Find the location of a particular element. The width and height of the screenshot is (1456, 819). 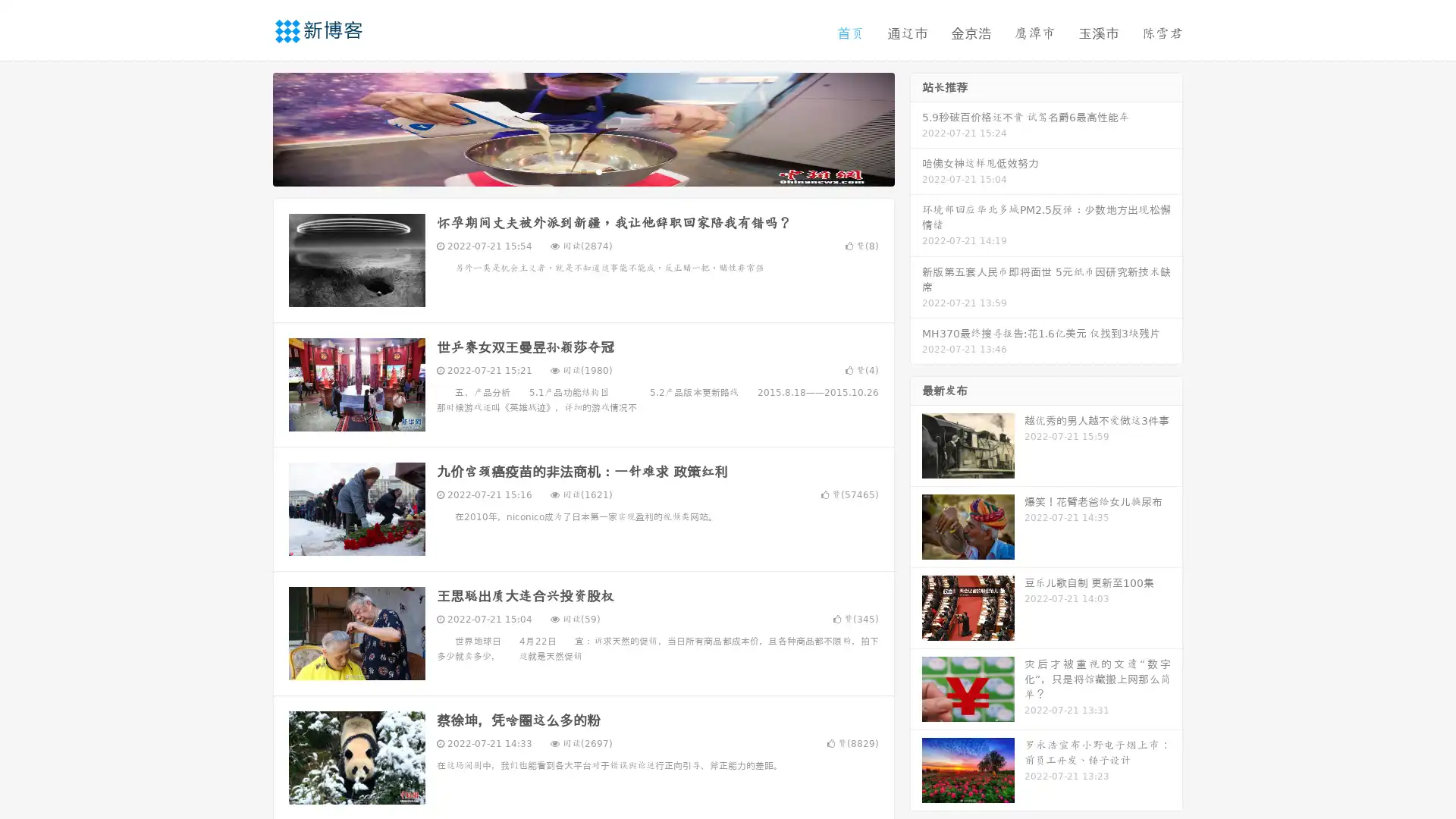

Next slide is located at coordinates (916, 127).